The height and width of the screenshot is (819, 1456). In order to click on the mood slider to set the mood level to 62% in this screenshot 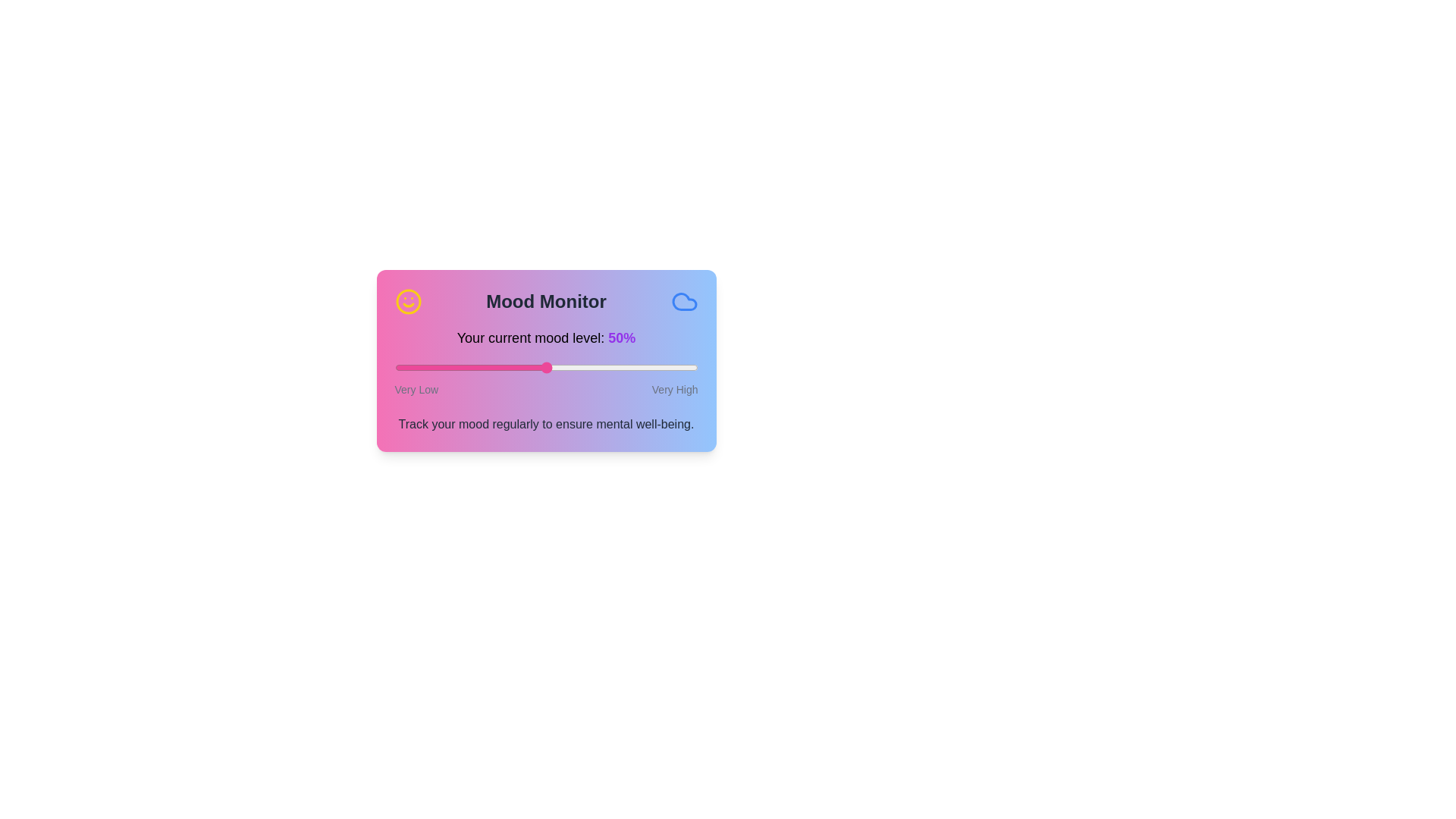, I will do `click(582, 368)`.